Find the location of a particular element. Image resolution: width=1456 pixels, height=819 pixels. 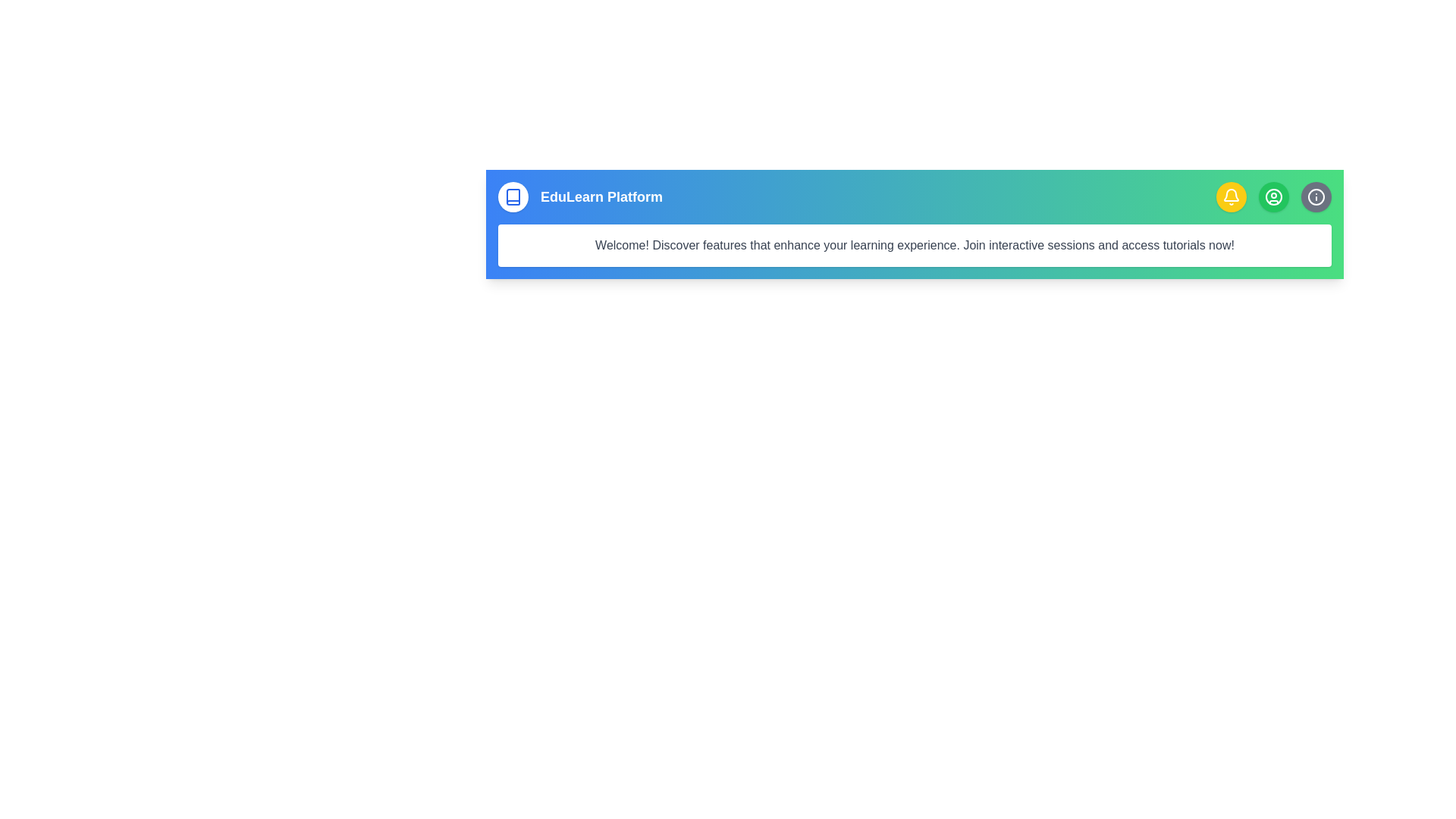

the bell icon button to view notifications is located at coordinates (1231, 196).